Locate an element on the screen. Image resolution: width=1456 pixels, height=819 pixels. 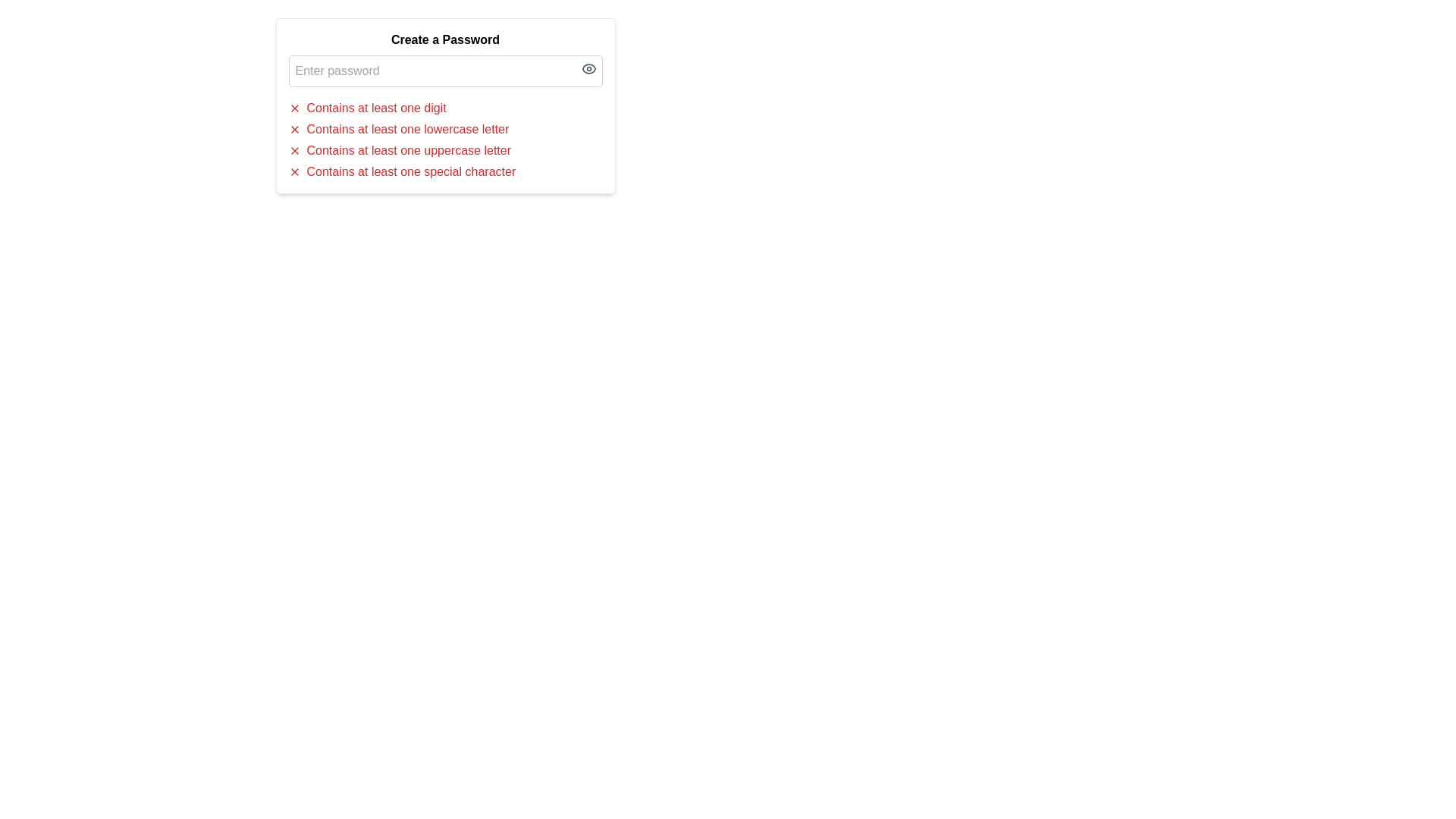
the feedback message indicating that the current input does not satisfy the requirement of containing at least one digit, which is the first item in the validation messages below the 'Create a Password' input field is located at coordinates (444, 107).